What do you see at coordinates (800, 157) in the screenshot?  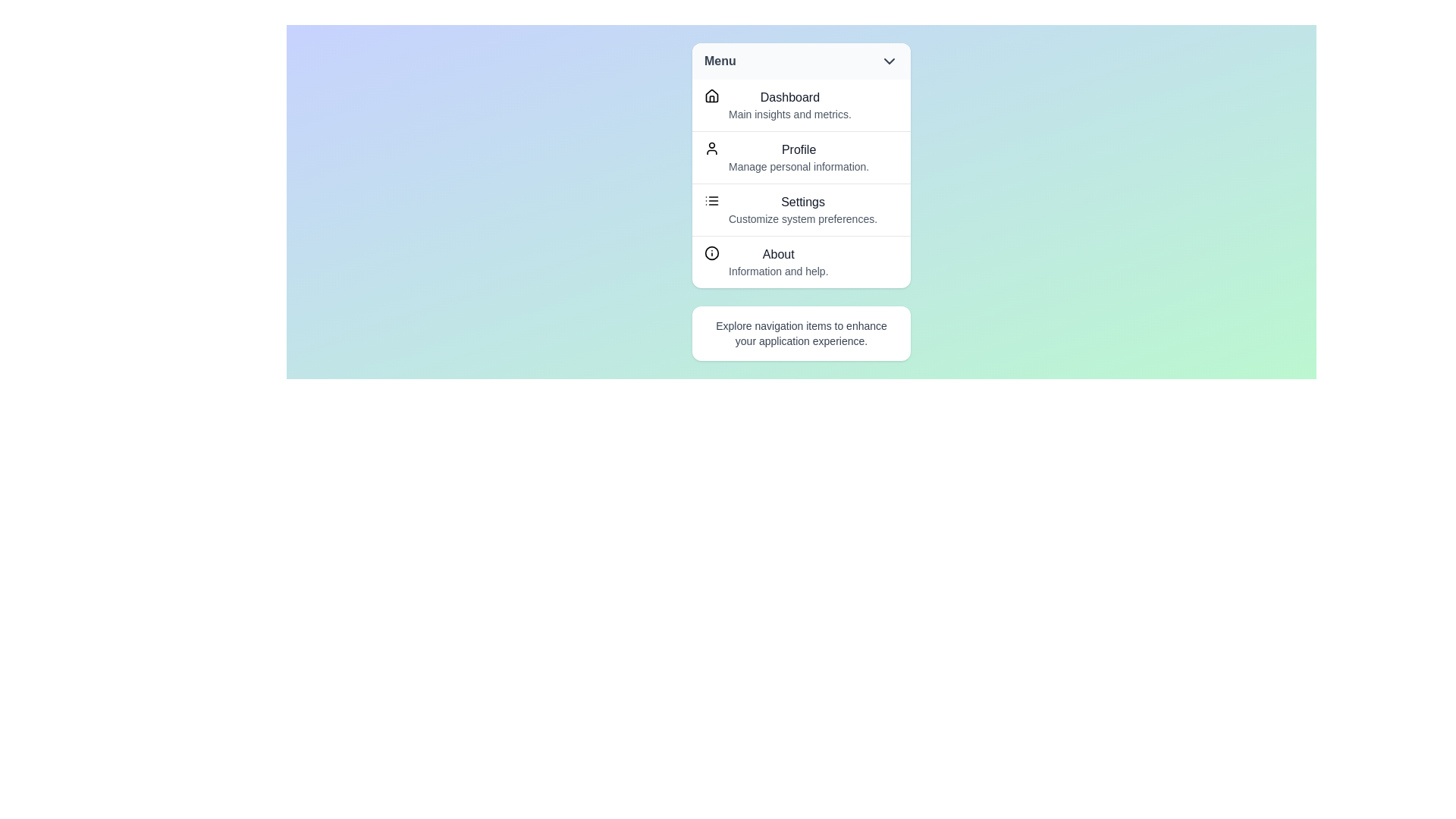 I see `the menu item labeled Profile` at bounding box center [800, 157].